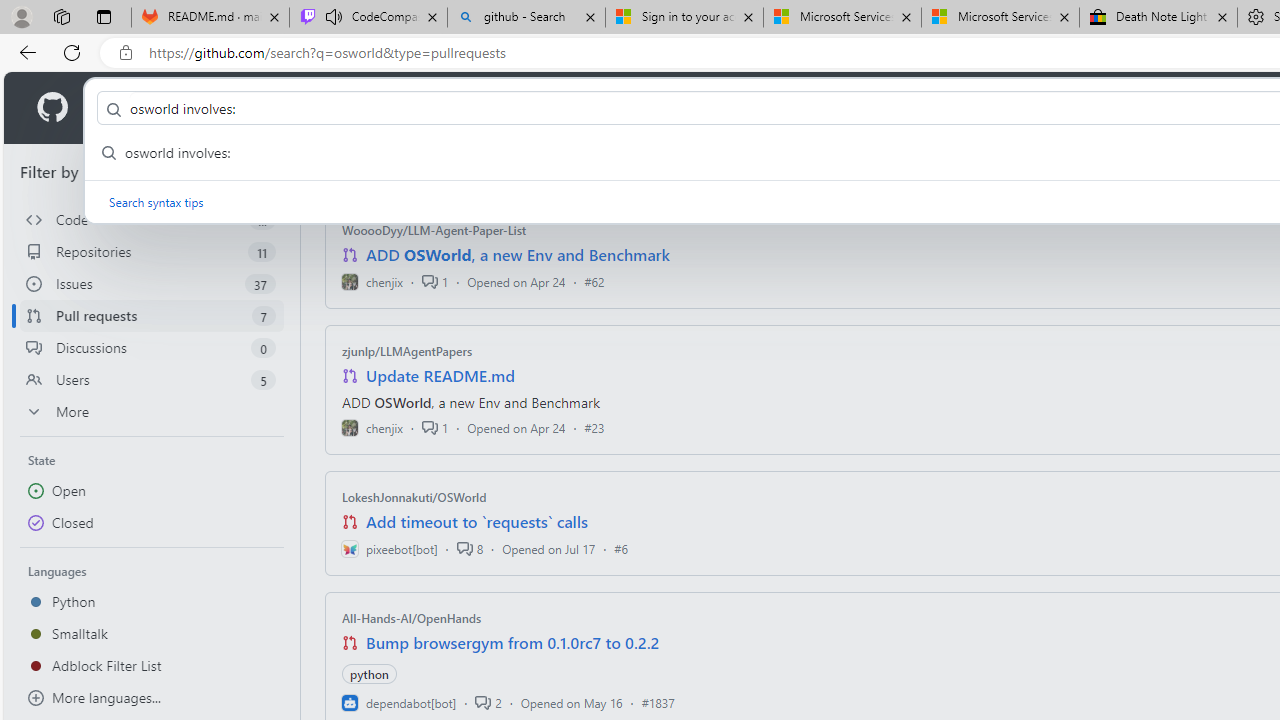 The image size is (1280, 720). I want to click on 'WooooDyy/LLM-Agent-Paper-List', so click(433, 229).